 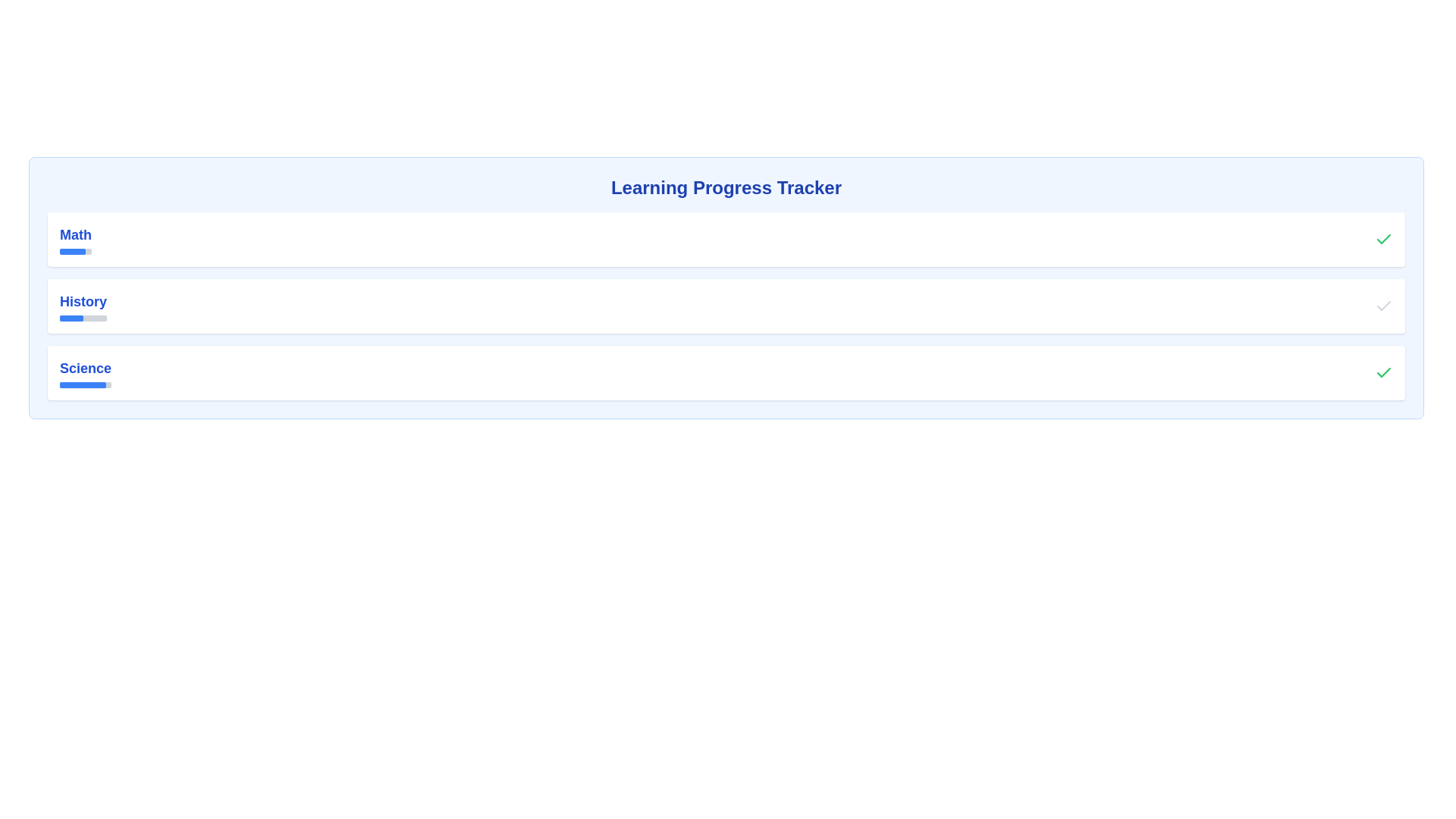 What do you see at coordinates (71, 318) in the screenshot?
I see `the completion status represented by the blue progress bar adjacent to the 'History' label` at bounding box center [71, 318].